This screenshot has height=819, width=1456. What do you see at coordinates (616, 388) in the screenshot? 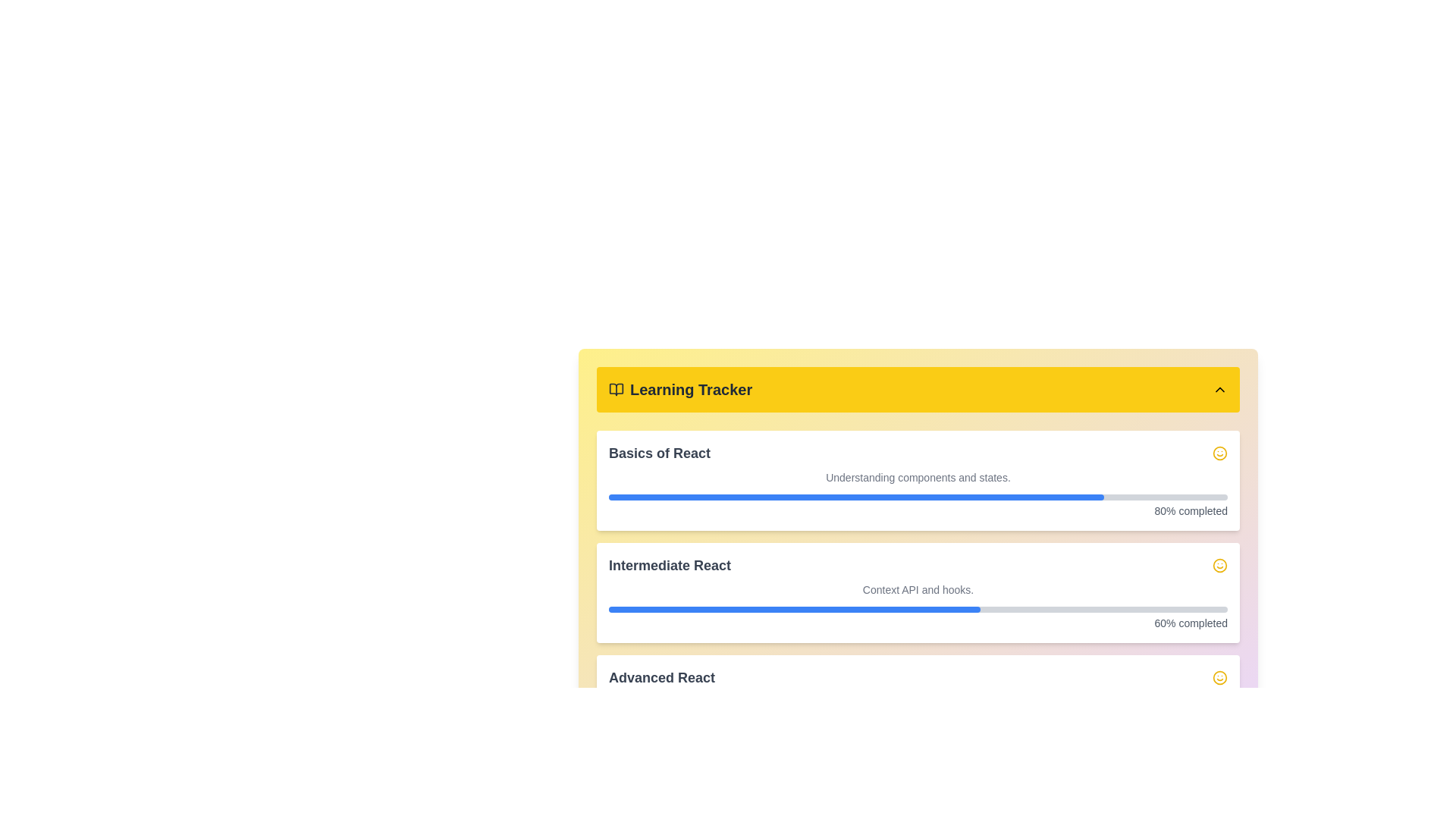
I see `the graphical representation of the educational module icon located within the yellow header section labeled 'Learning Tracker', positioned towards the top-left` at bounding box center [616, 388].